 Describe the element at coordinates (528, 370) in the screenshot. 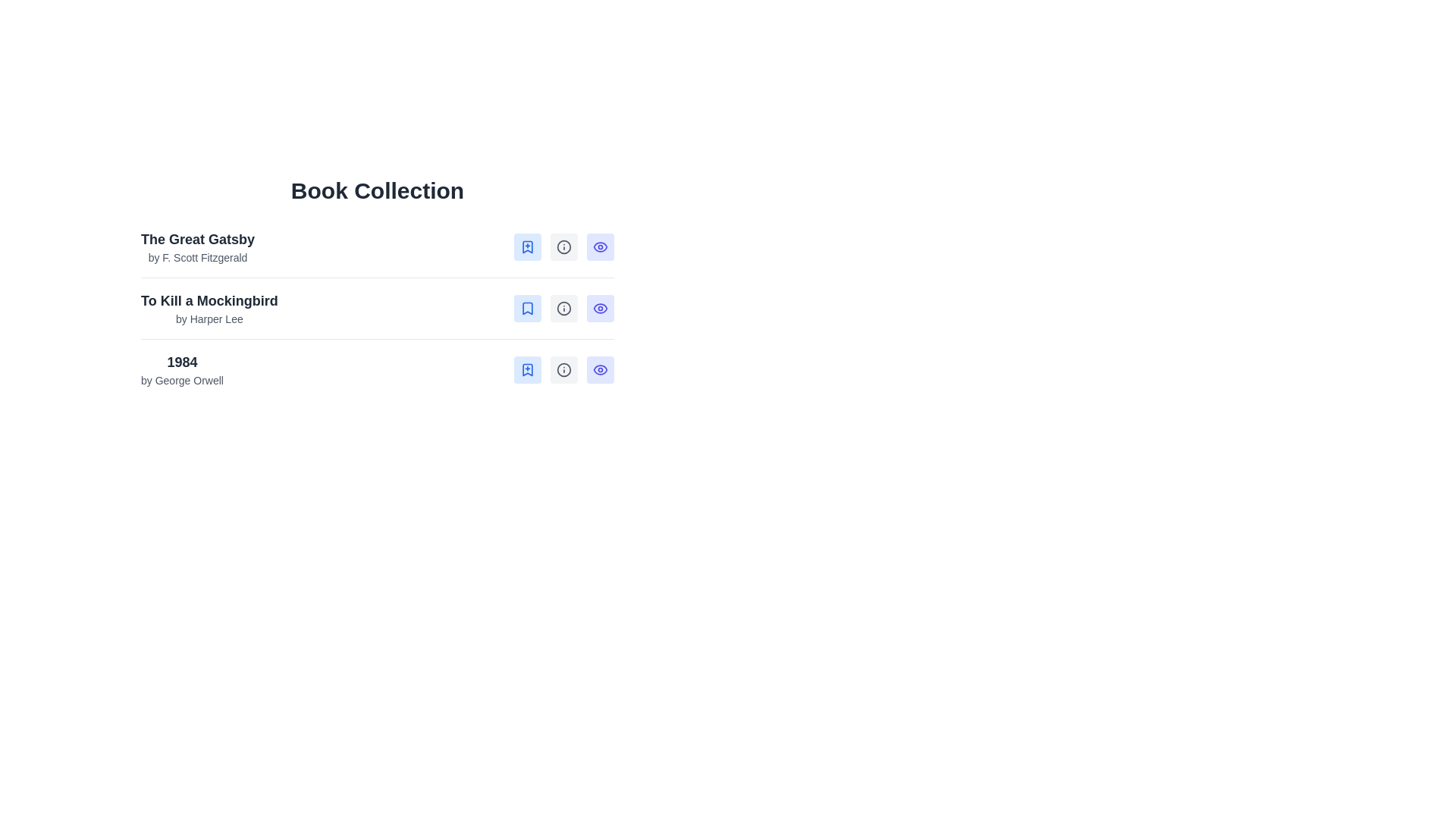

I see `the bookmark icon located on the right side of the row corresponding to the book title '1984' by George Orwell` at that location.